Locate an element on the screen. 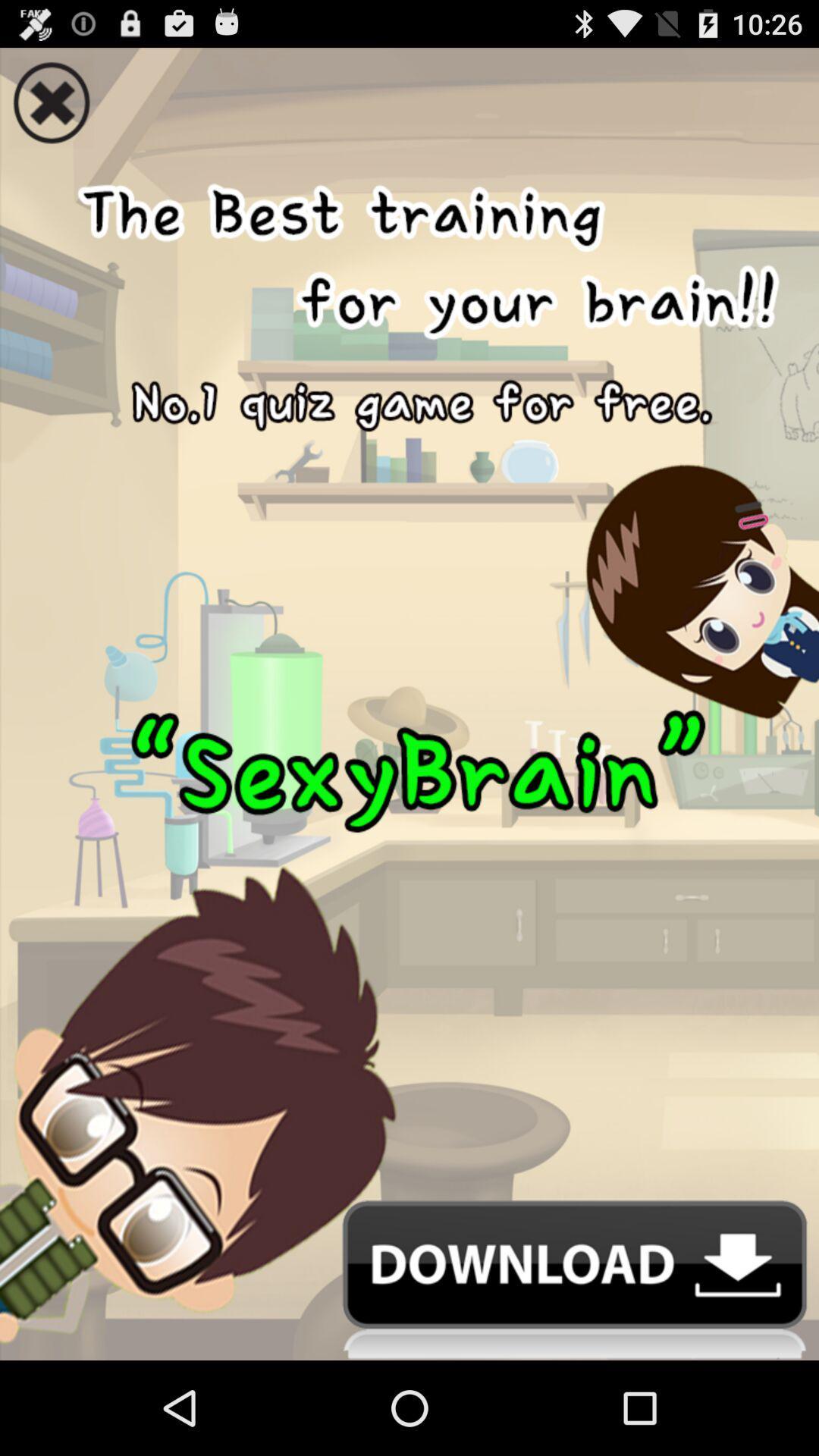 The width and height of the screenshot is (819, 1456). download app is located at coordinates (409, 1279).